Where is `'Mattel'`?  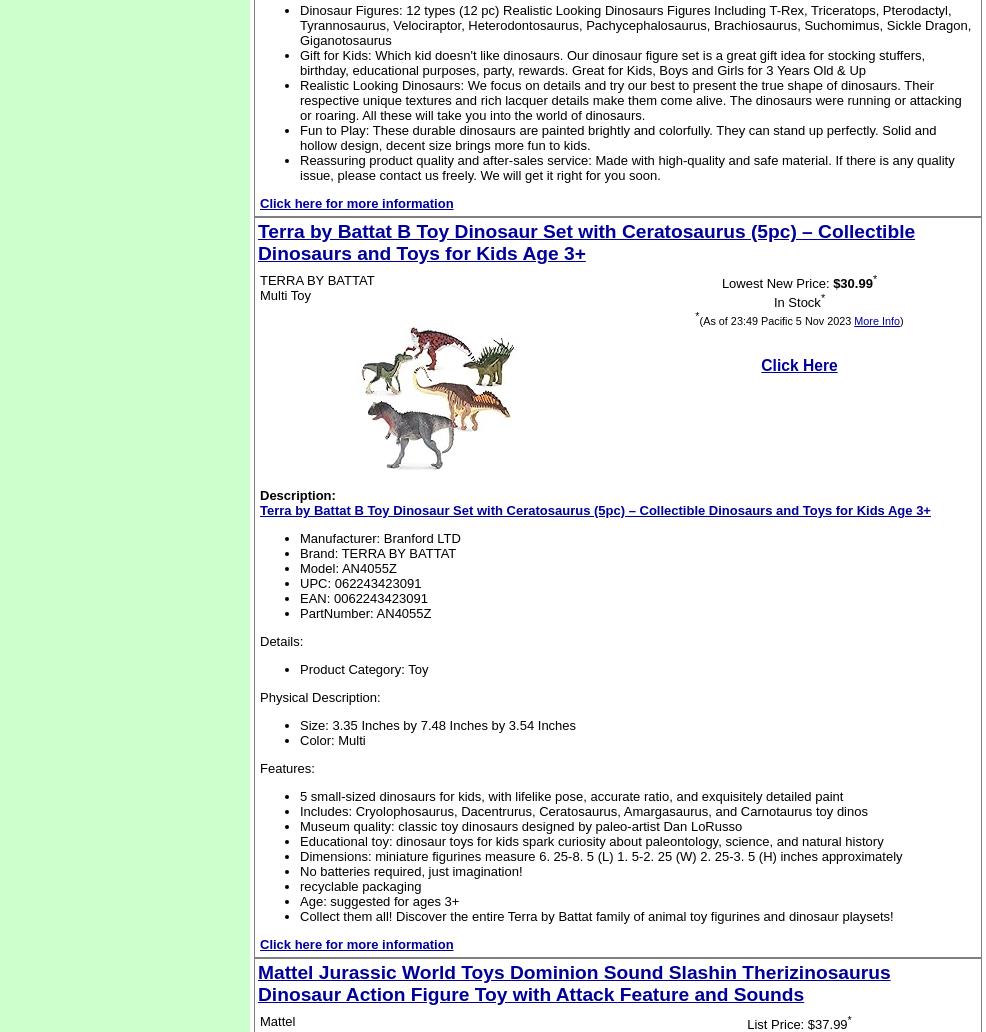 'Mattel' is located at coordinates (277, 1020).